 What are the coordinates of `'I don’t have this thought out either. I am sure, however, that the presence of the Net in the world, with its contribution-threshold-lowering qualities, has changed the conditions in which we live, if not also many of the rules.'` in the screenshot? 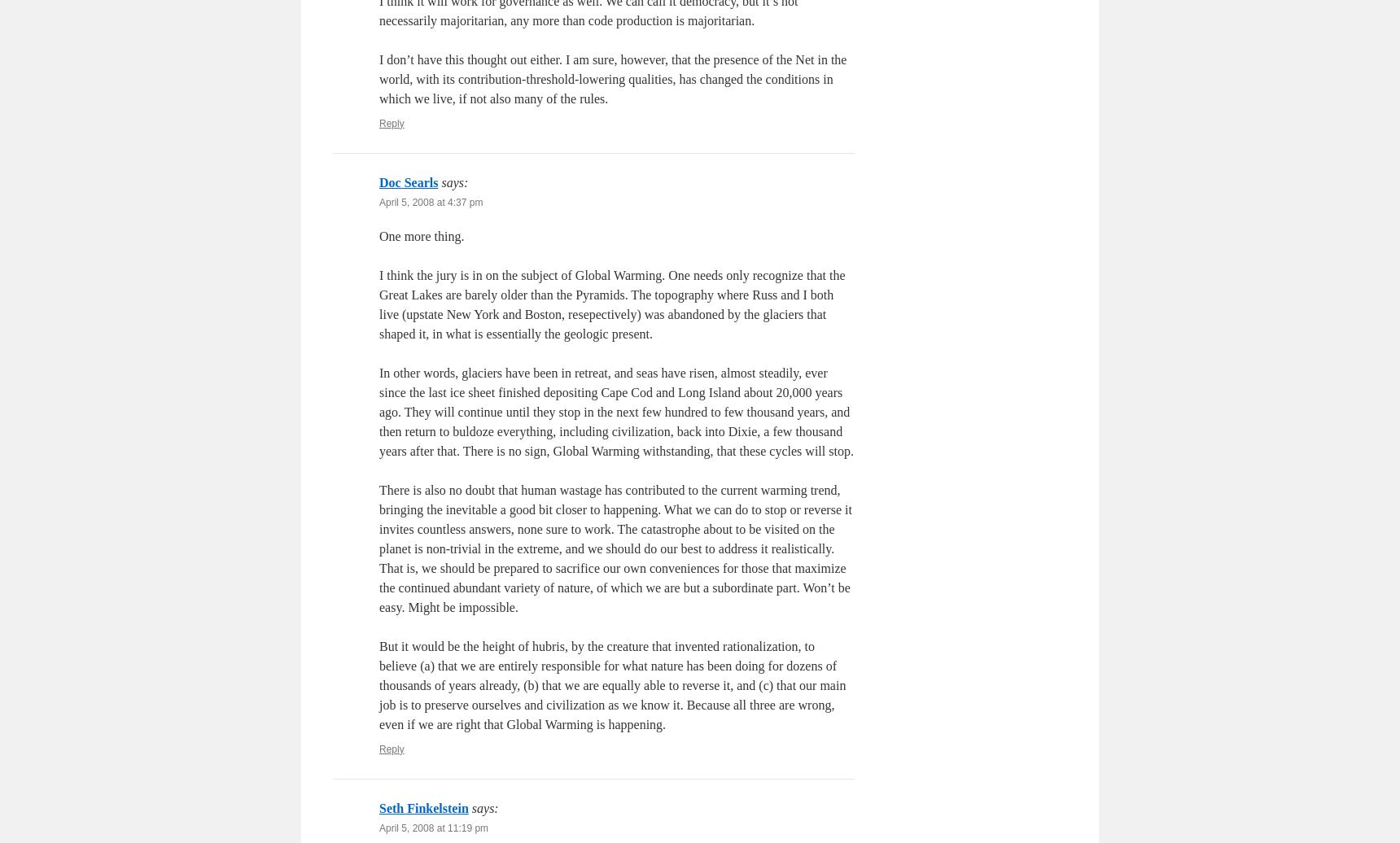 It's located at (612, 78).